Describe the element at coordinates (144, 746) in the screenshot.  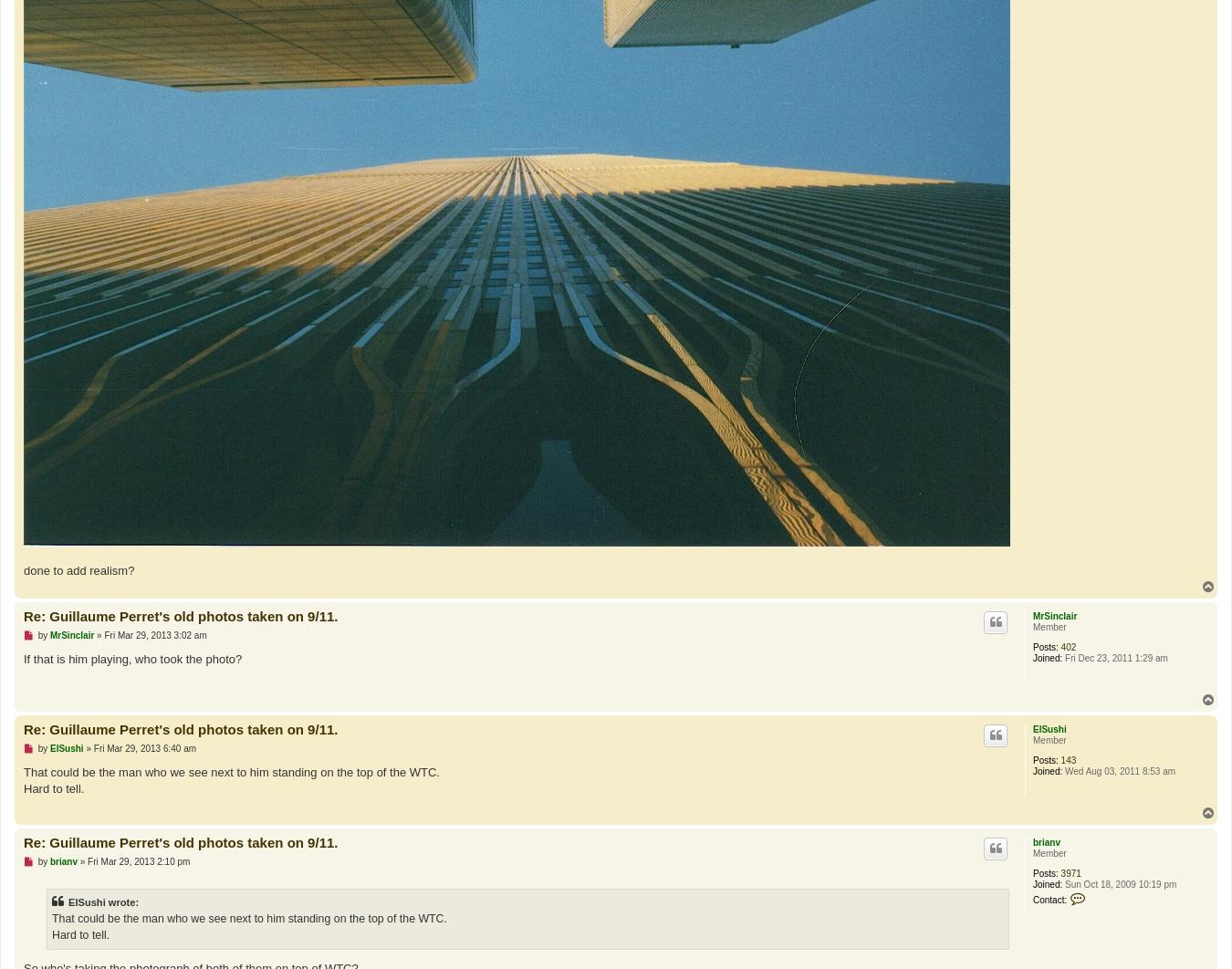
I see `'Fri Mar 29, 2013 6:40 am'` at that location.